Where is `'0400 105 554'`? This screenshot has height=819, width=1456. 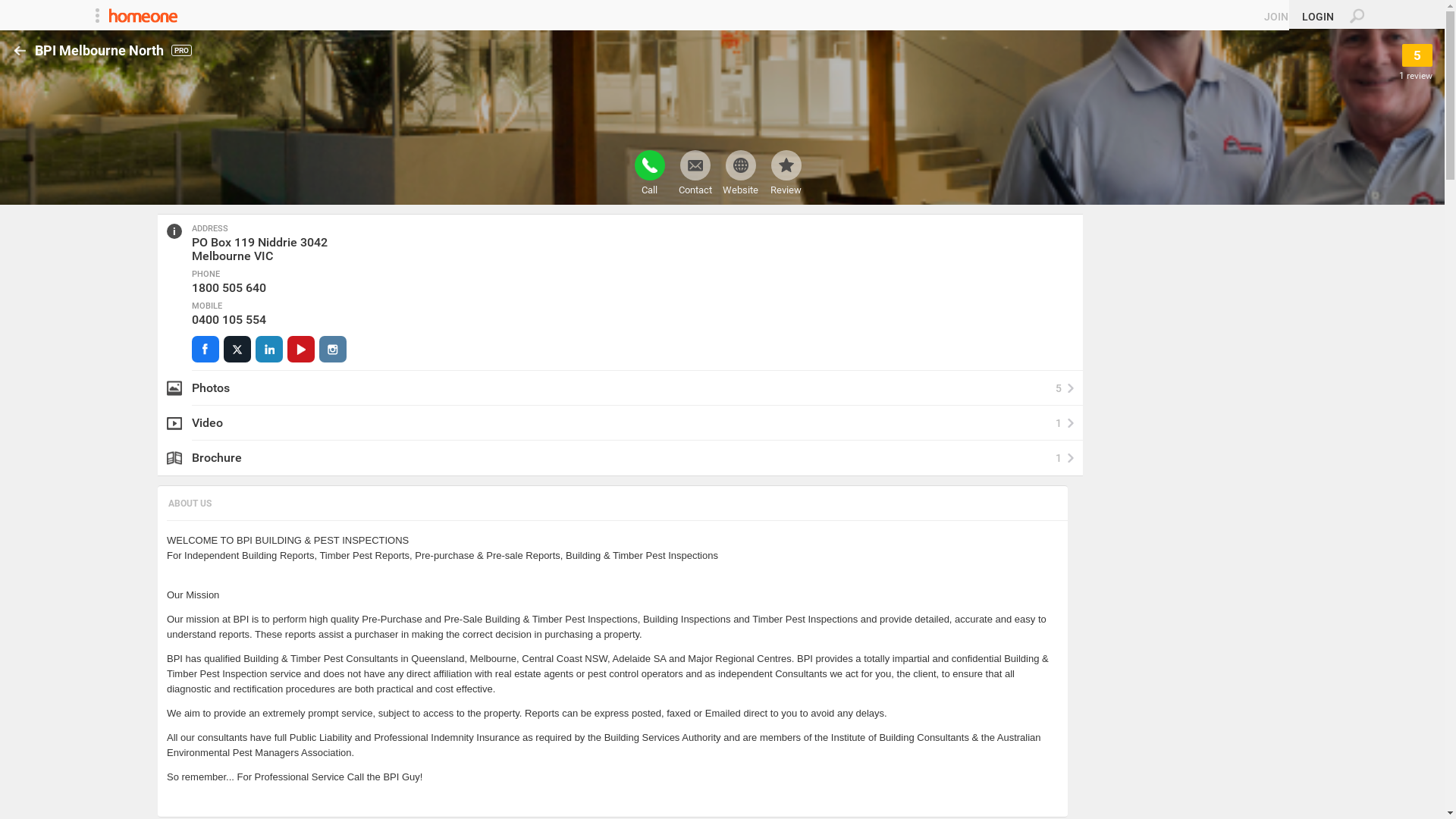
'0400 105 554' is located at coordinates (228, 318).